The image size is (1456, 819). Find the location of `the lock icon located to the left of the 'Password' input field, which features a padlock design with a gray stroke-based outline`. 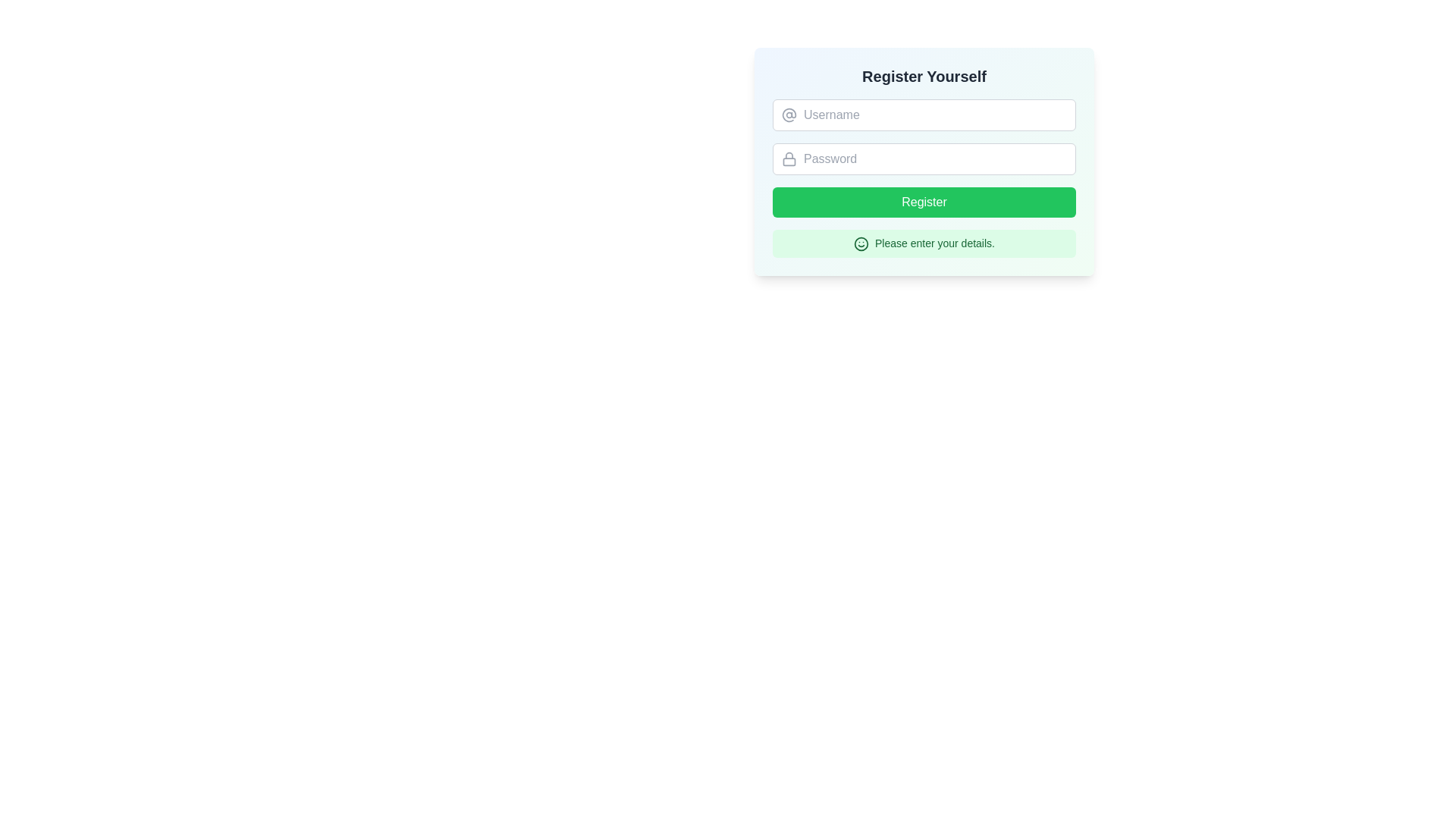

the lock icon located to the left of the 'Password' input field, which features a padlock design with a gray stroke-based outline is located at coordinates (789, 158).